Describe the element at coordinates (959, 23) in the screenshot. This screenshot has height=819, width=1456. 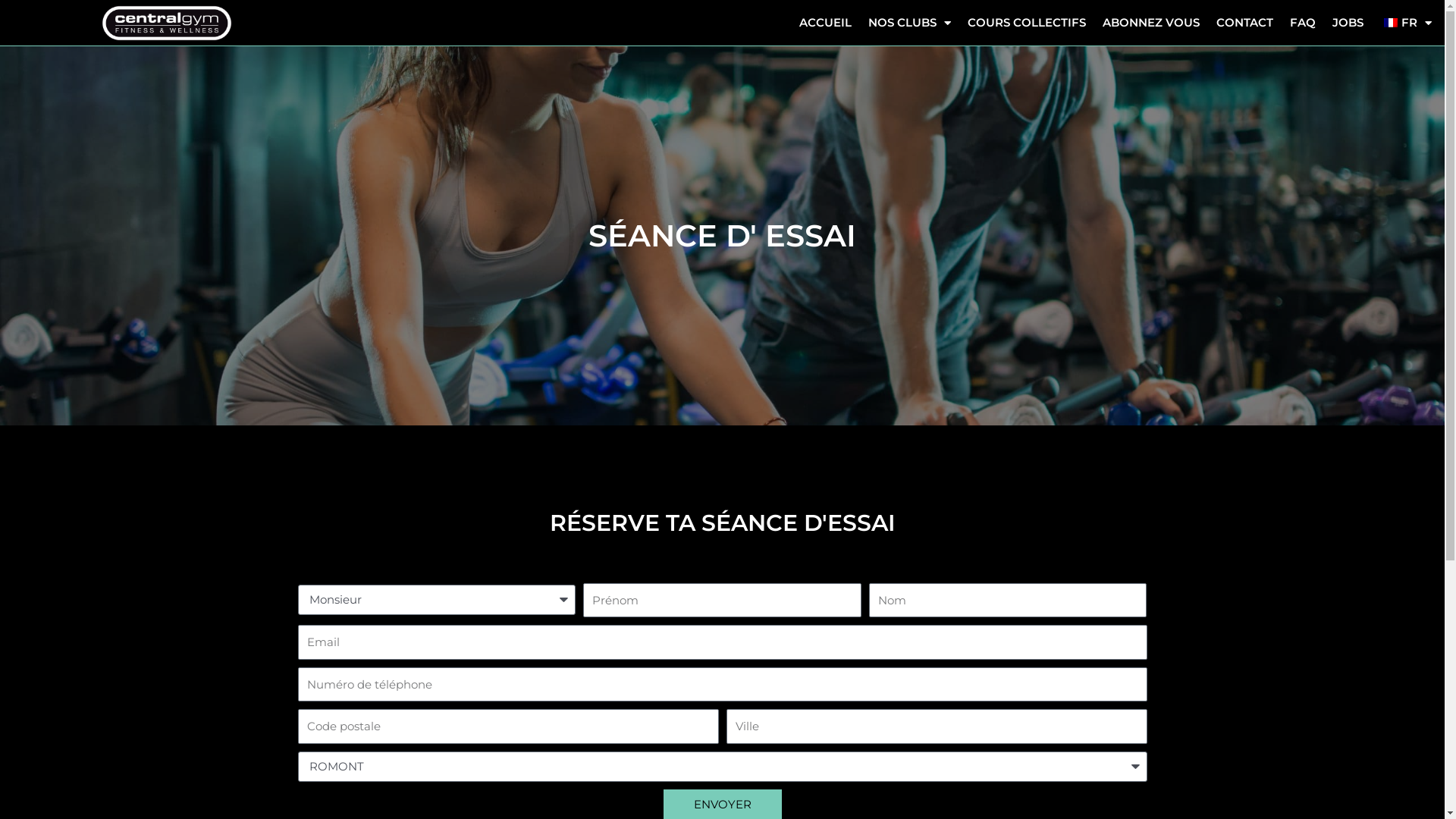
I see `'COURS COLLECTIFS'` at that location.